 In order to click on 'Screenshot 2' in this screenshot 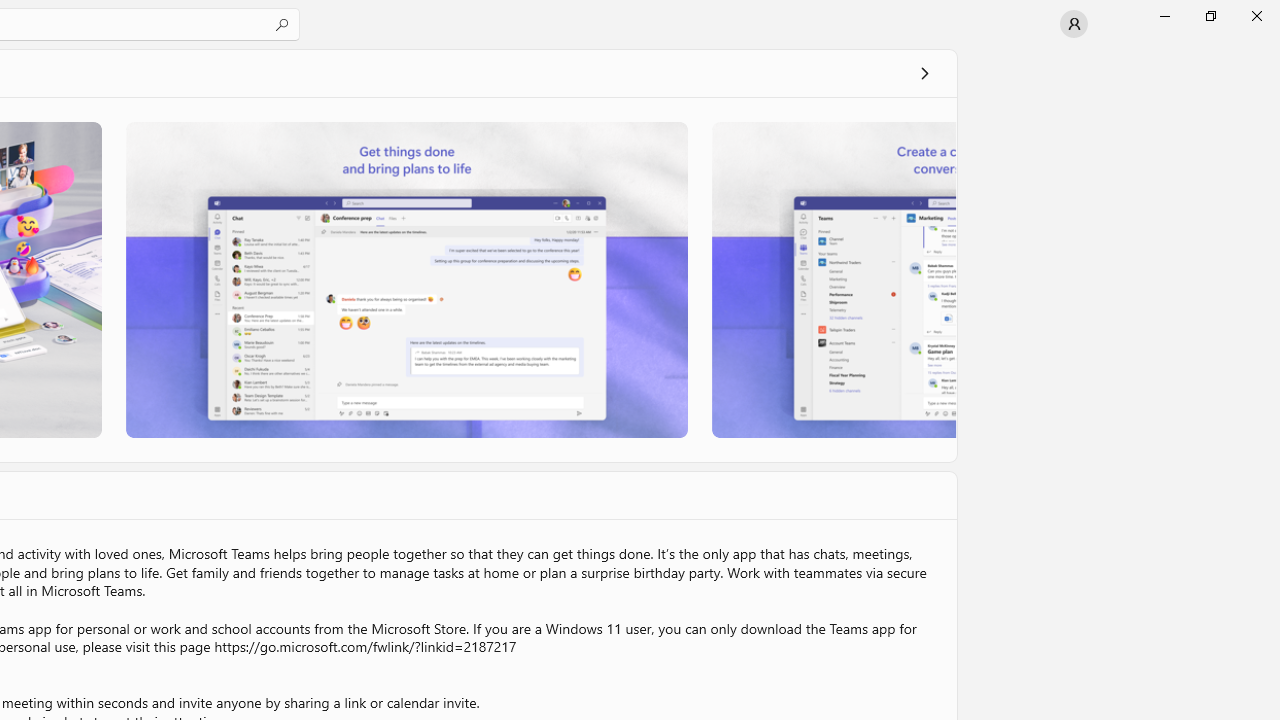, I will do `click(406, 279)`.